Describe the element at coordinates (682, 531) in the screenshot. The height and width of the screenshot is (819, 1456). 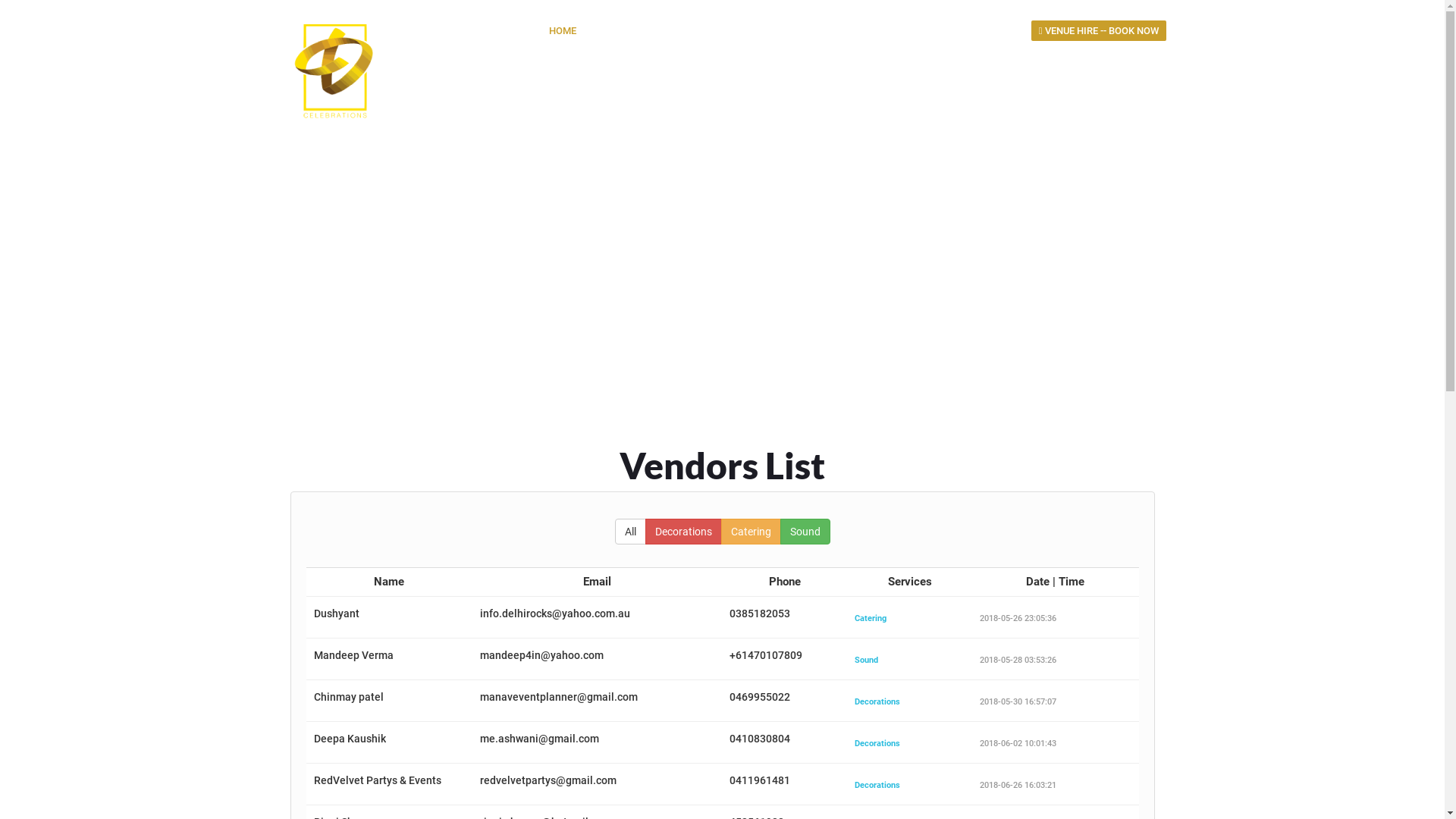
I see `'Decorations'` at that location.